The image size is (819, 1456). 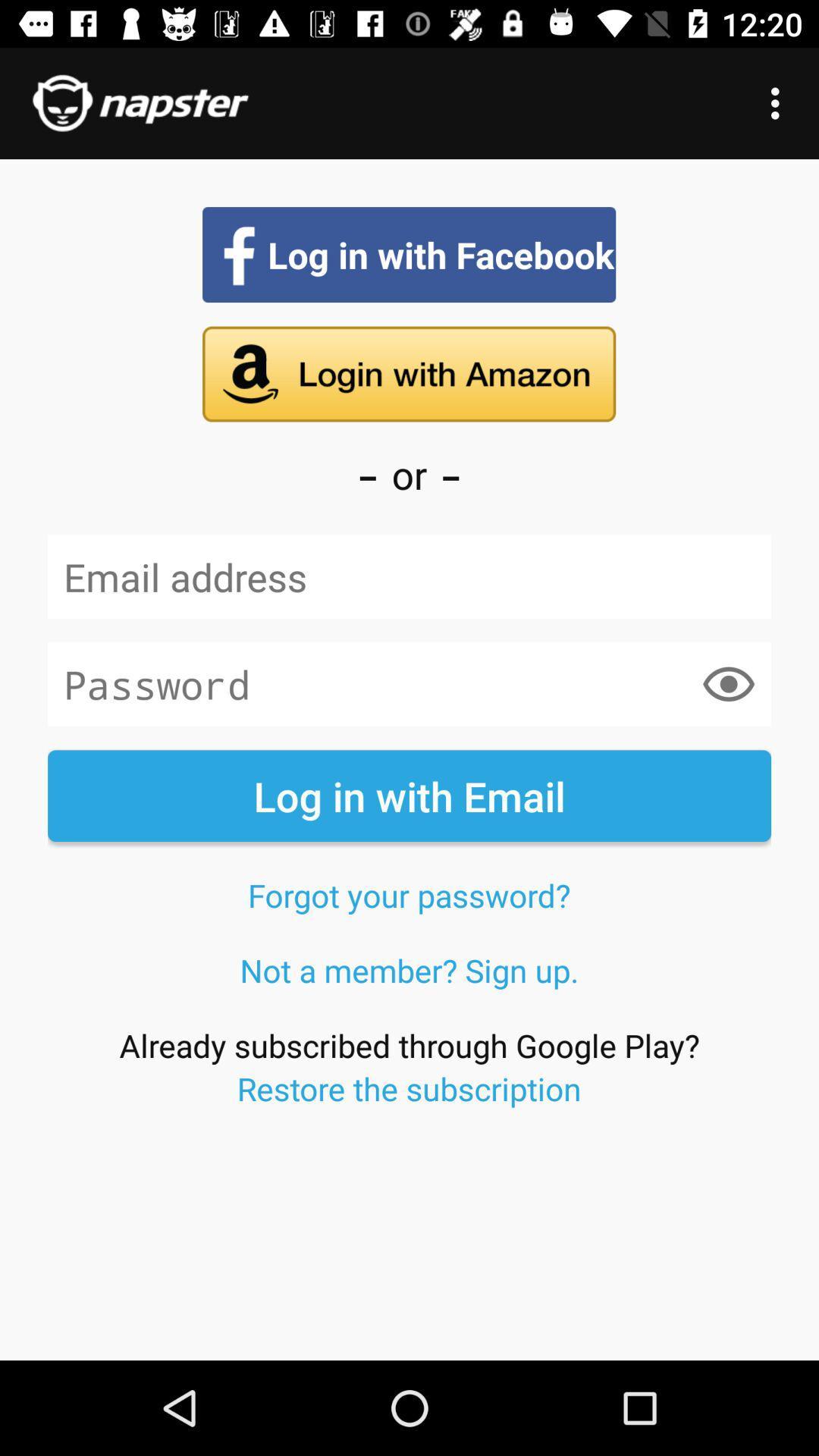 I want to click on not a member, so click(x=409, y=969).